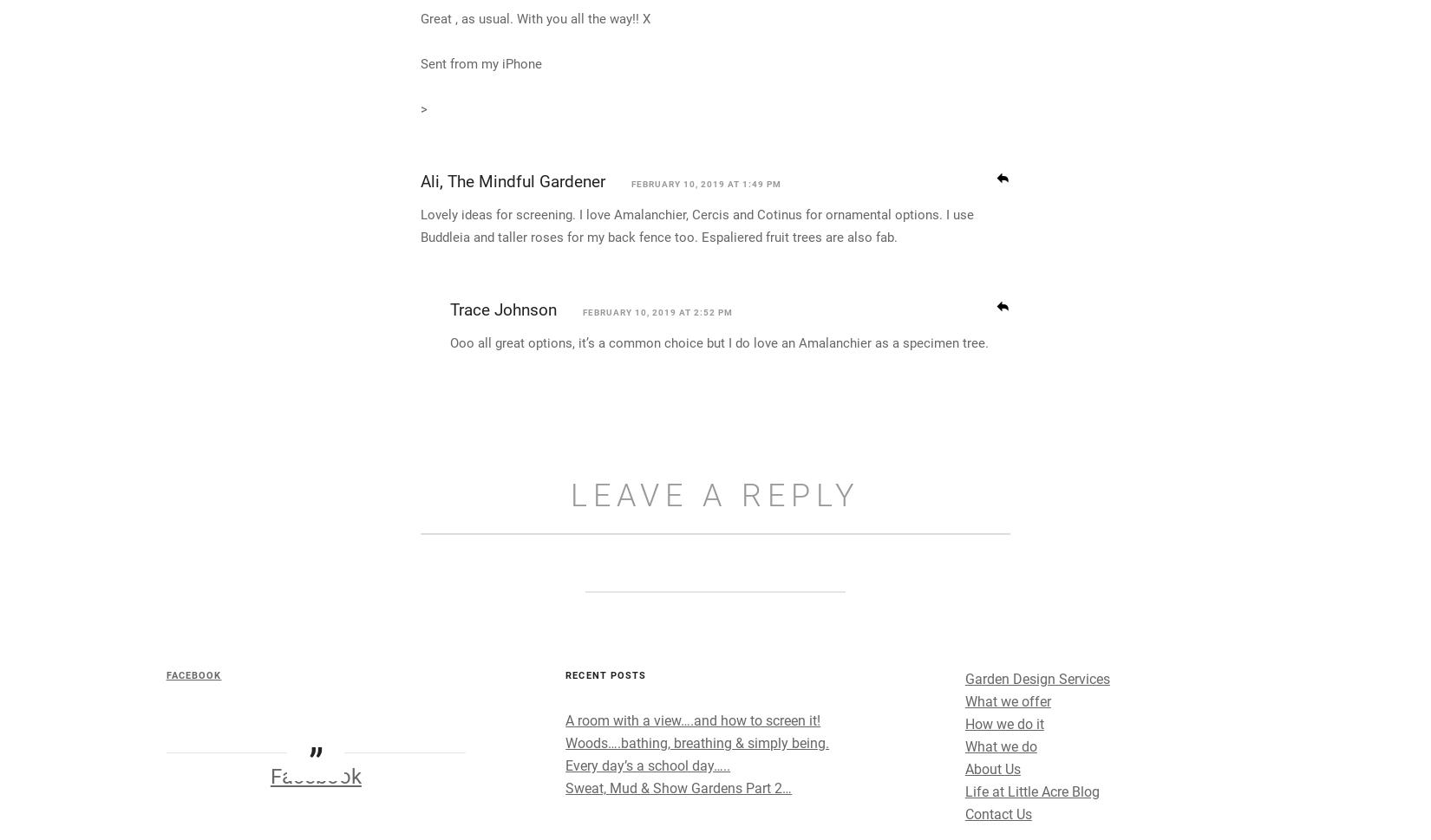 This screenshot has width=1431, height=840. What do you see at coordinates (714, 37) in the screenshot?
I see `'3 Comments'` at bounding box center [714, 37].